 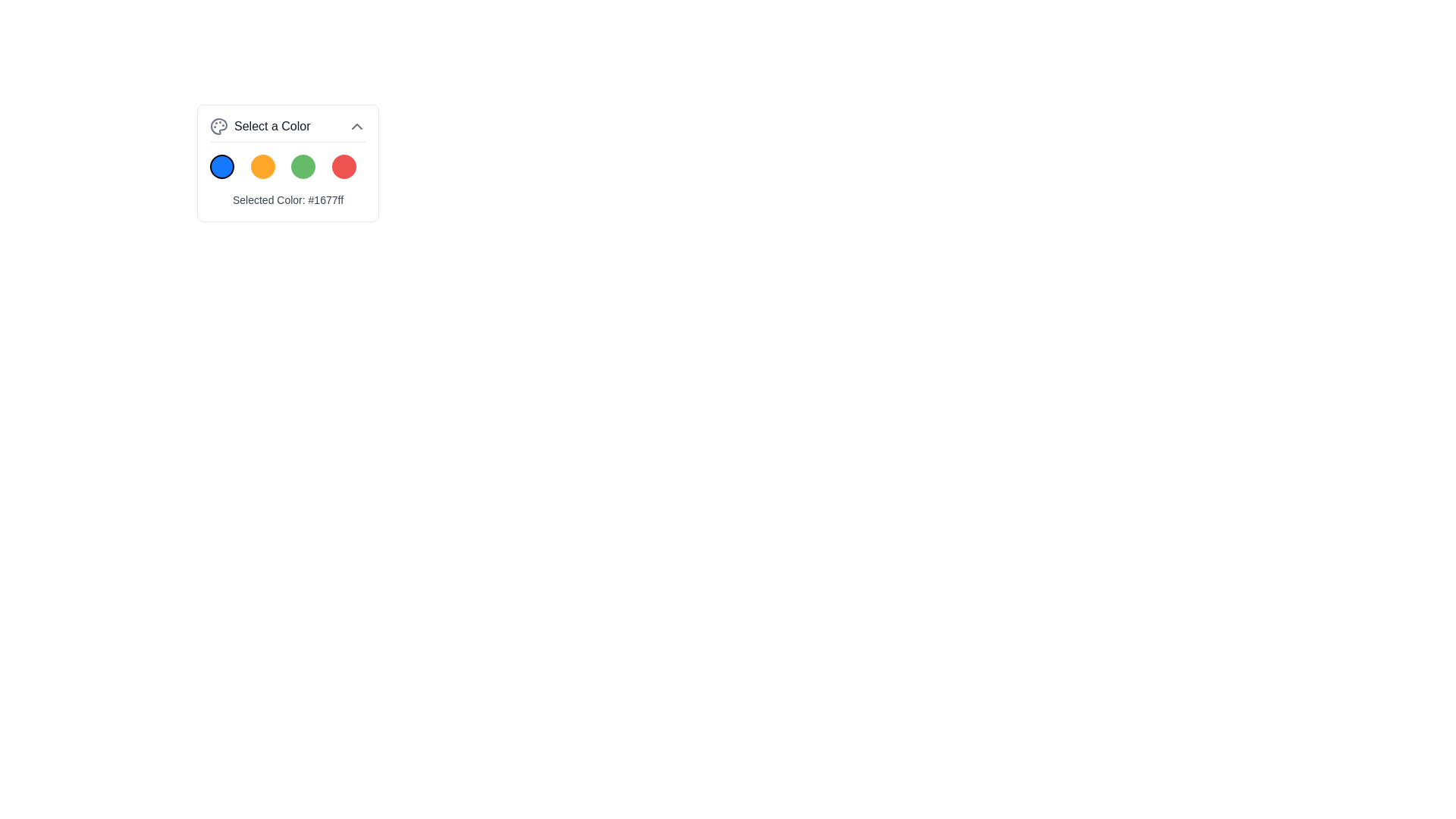 What do you see at coordinates (303, 166) in the screenshot?
I see `the green circular button, which is the third button in a row of four` at bounding box center [303, 166].